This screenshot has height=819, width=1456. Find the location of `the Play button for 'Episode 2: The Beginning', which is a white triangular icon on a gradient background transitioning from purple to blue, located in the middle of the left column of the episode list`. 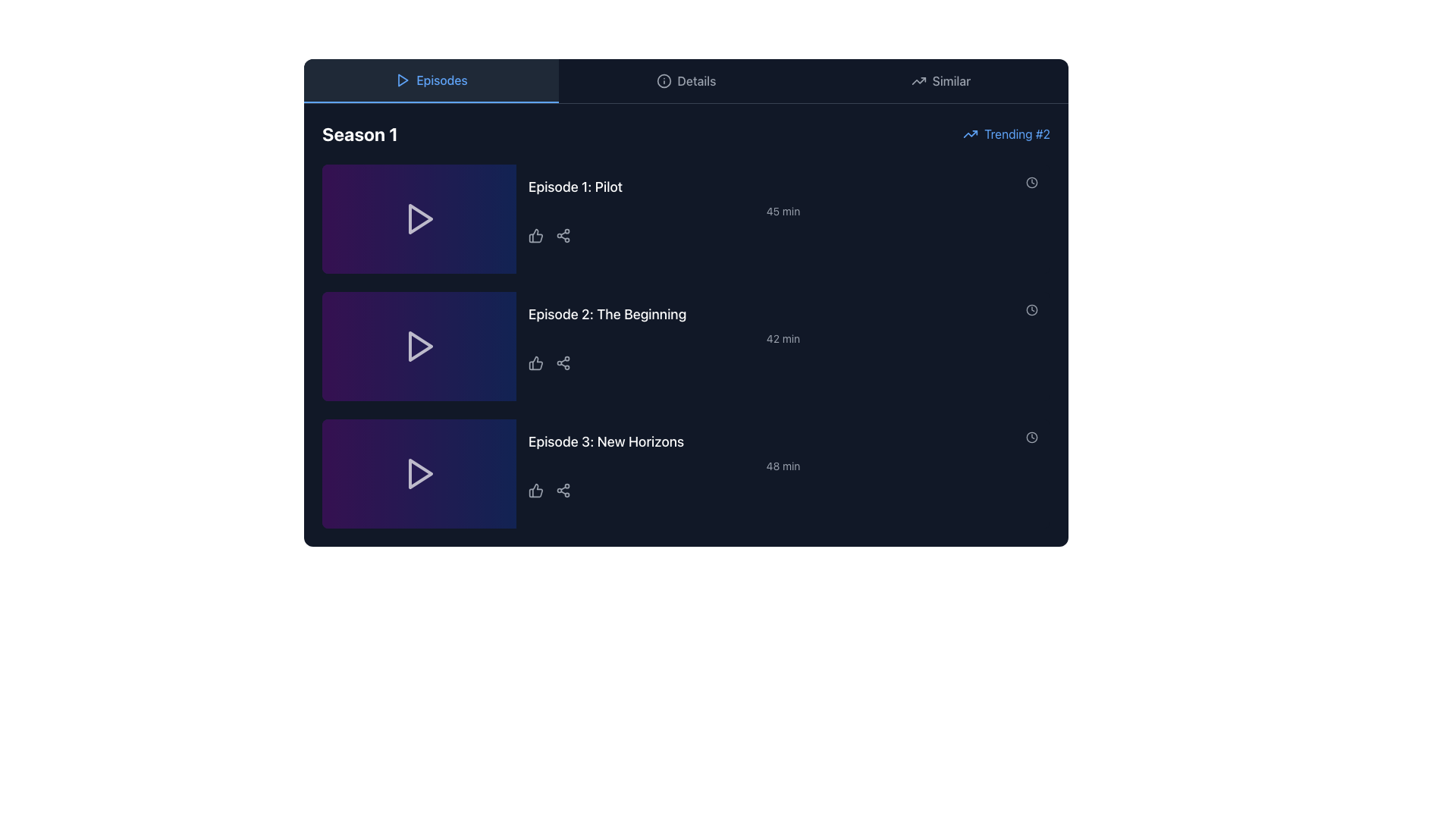

the Play button for 'Episode 2: The Beginning', which is a white triangular icon on a gradient background transitioning from purple to blue, located in the middle of the left column of the episode list is located at coordinates (419, 346).